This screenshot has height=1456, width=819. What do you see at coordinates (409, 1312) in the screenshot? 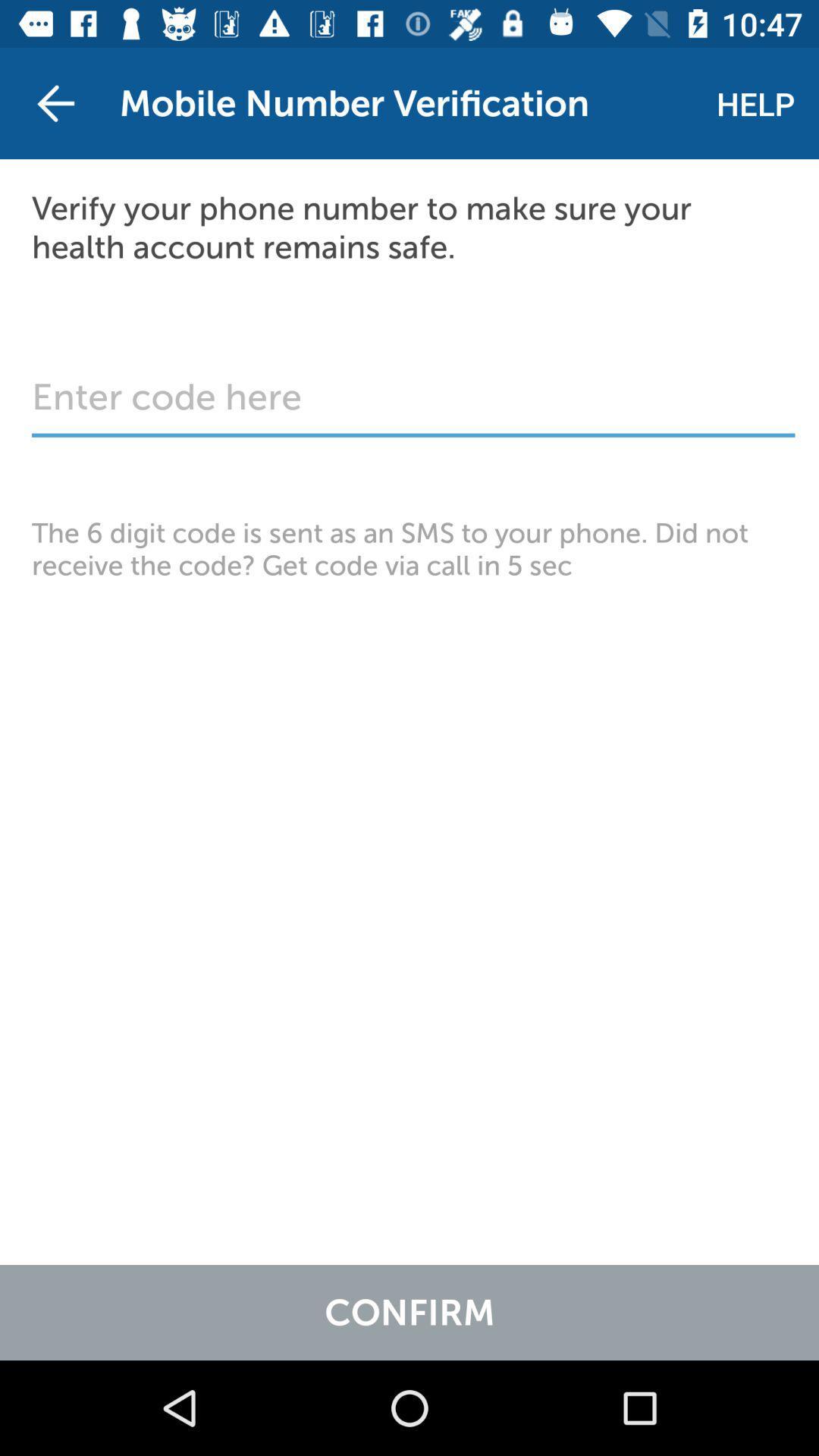
I see `the confirm` at bounding box center [409, 1312].